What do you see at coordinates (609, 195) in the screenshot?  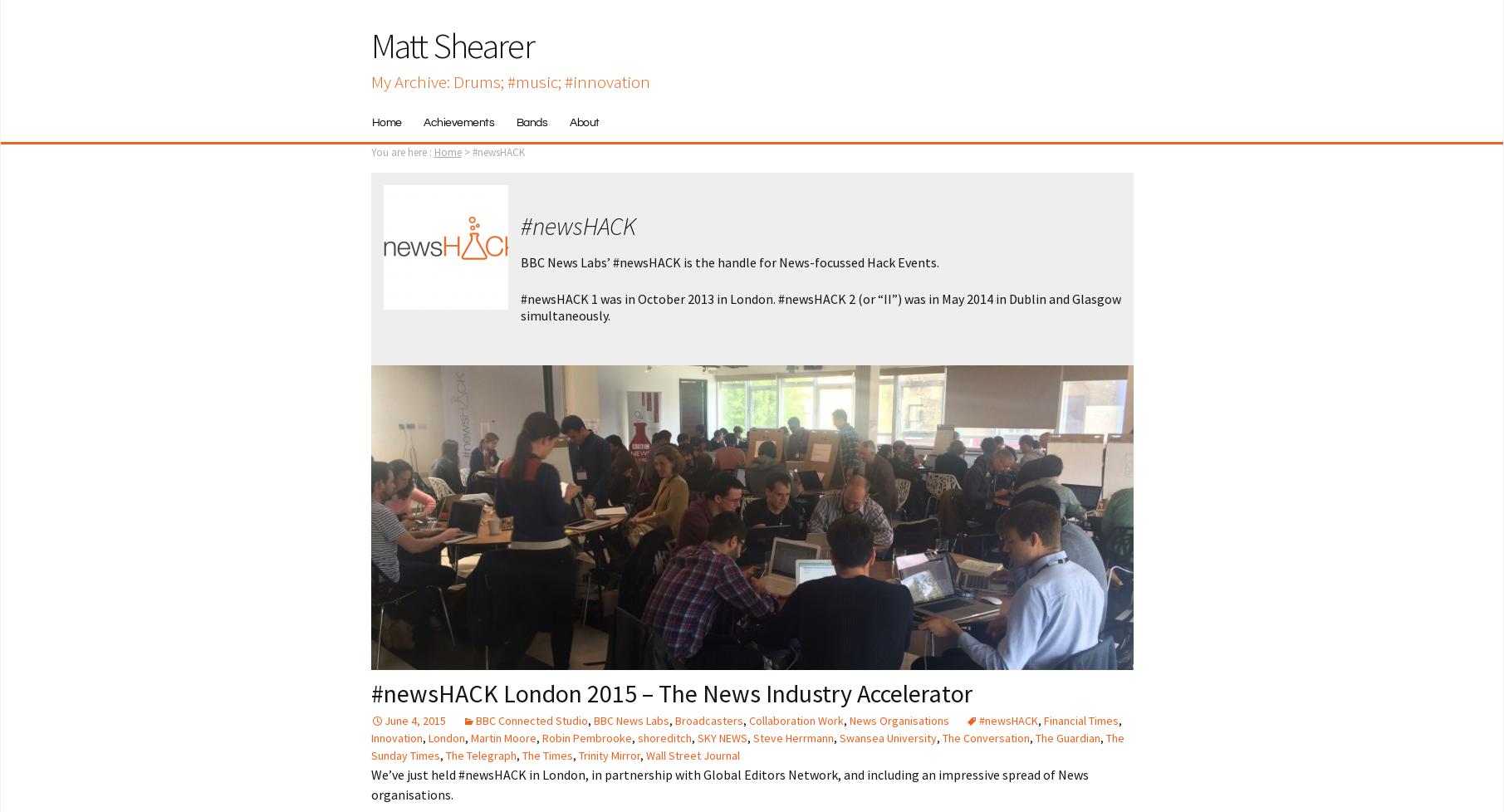 I see `'Job role updates'` at bounding box center [609, 195].